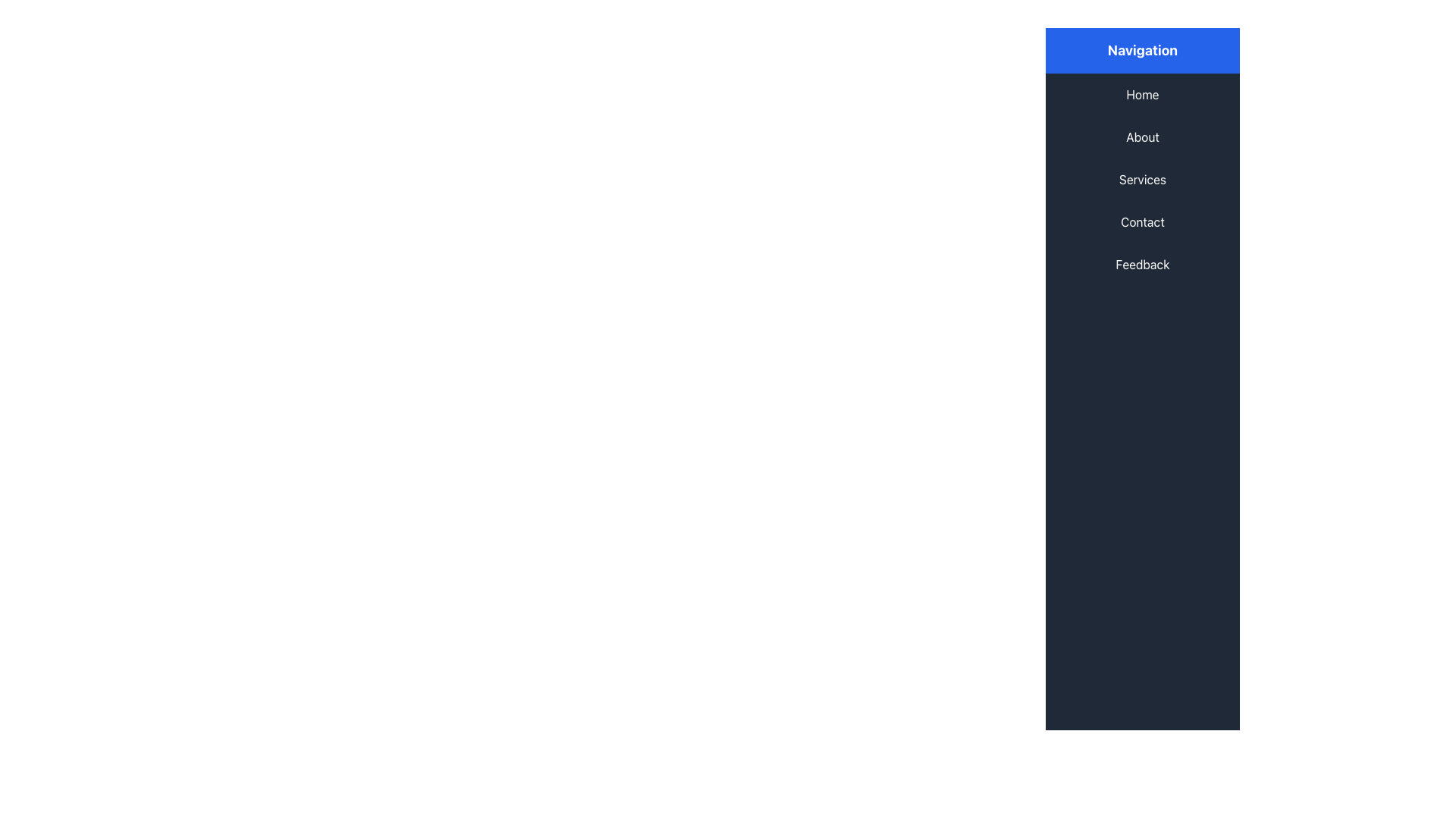 This screenshot has width=1456, height=819. I want to click on the 'Feedback' button, which is the last item in the vertical sidebar menu with a dark background and white text, so click(1143, 263).